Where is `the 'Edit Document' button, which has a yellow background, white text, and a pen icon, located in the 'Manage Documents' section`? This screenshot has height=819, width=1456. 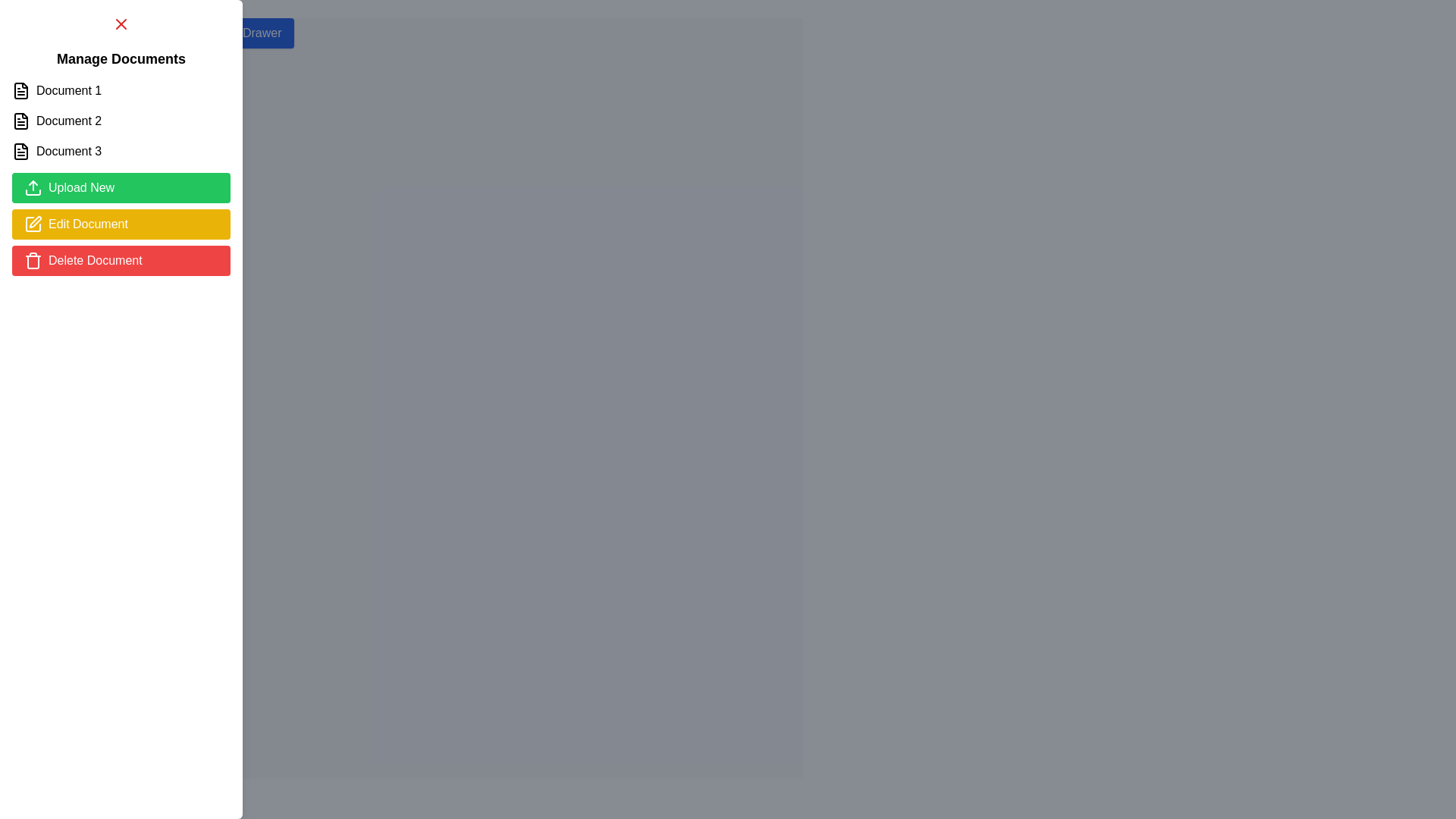 the 'Edit Document' button, which has a yellow background, white text, and a pen icon, located in the 'Manage Documents' section is located at coordinates (120, 224).